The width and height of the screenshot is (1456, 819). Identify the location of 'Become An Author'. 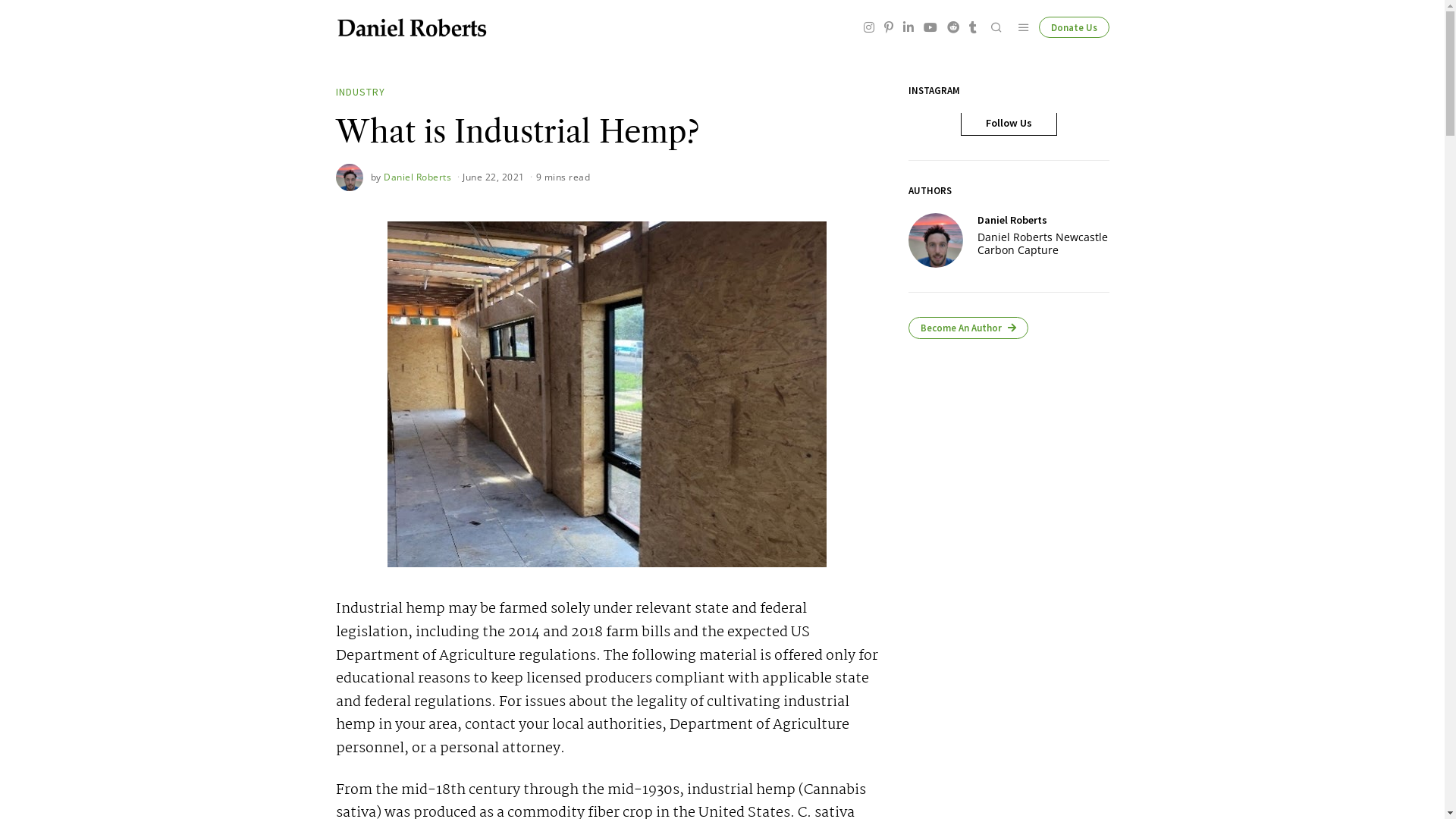
(967, 327).